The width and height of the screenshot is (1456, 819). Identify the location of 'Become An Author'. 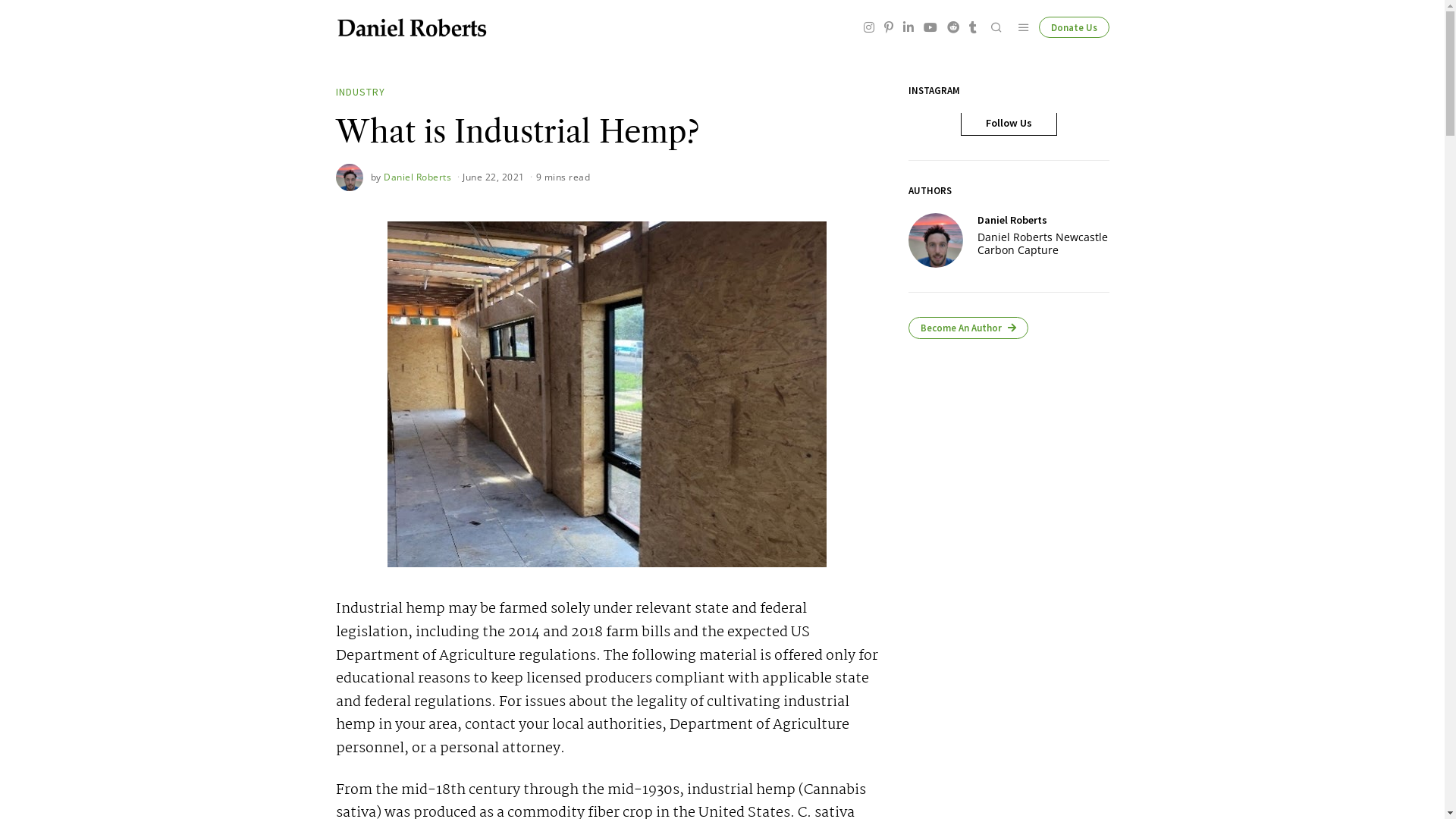
(967, 327).